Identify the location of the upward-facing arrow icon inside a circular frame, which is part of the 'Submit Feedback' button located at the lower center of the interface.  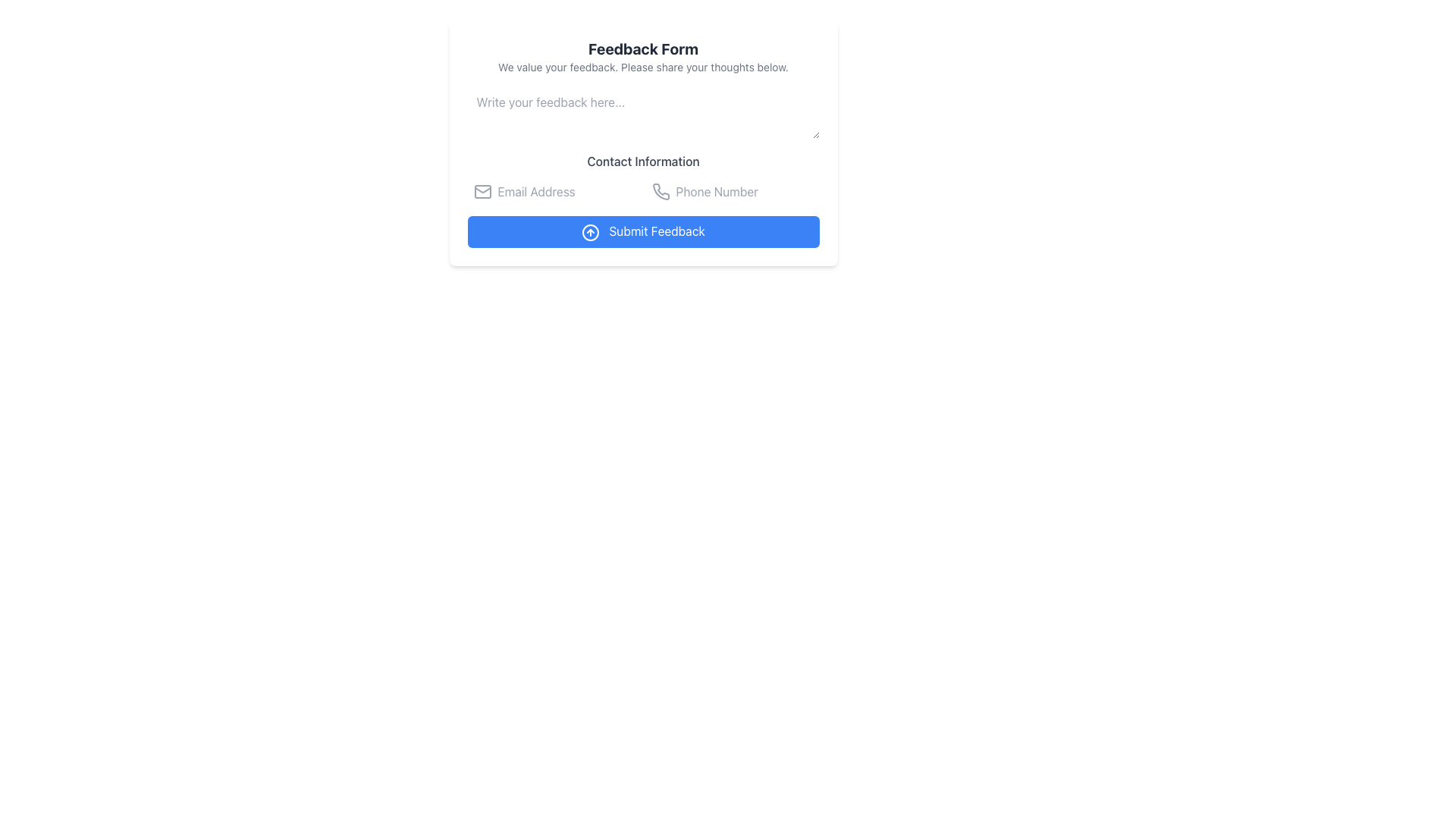
(590, 232).